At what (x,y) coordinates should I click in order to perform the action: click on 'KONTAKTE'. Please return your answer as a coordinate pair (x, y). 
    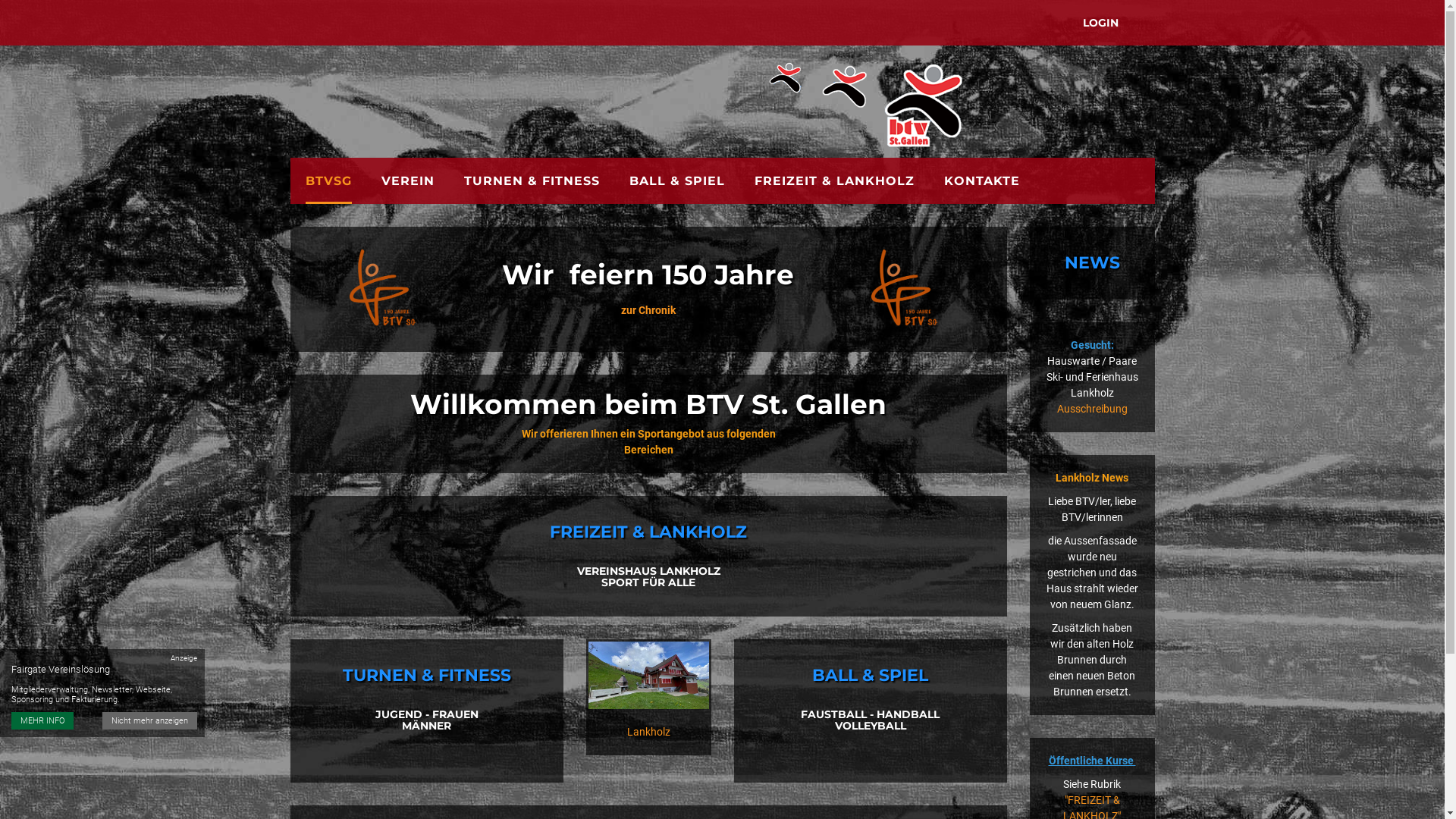
    Looking at the image, I should click on (942, 180).